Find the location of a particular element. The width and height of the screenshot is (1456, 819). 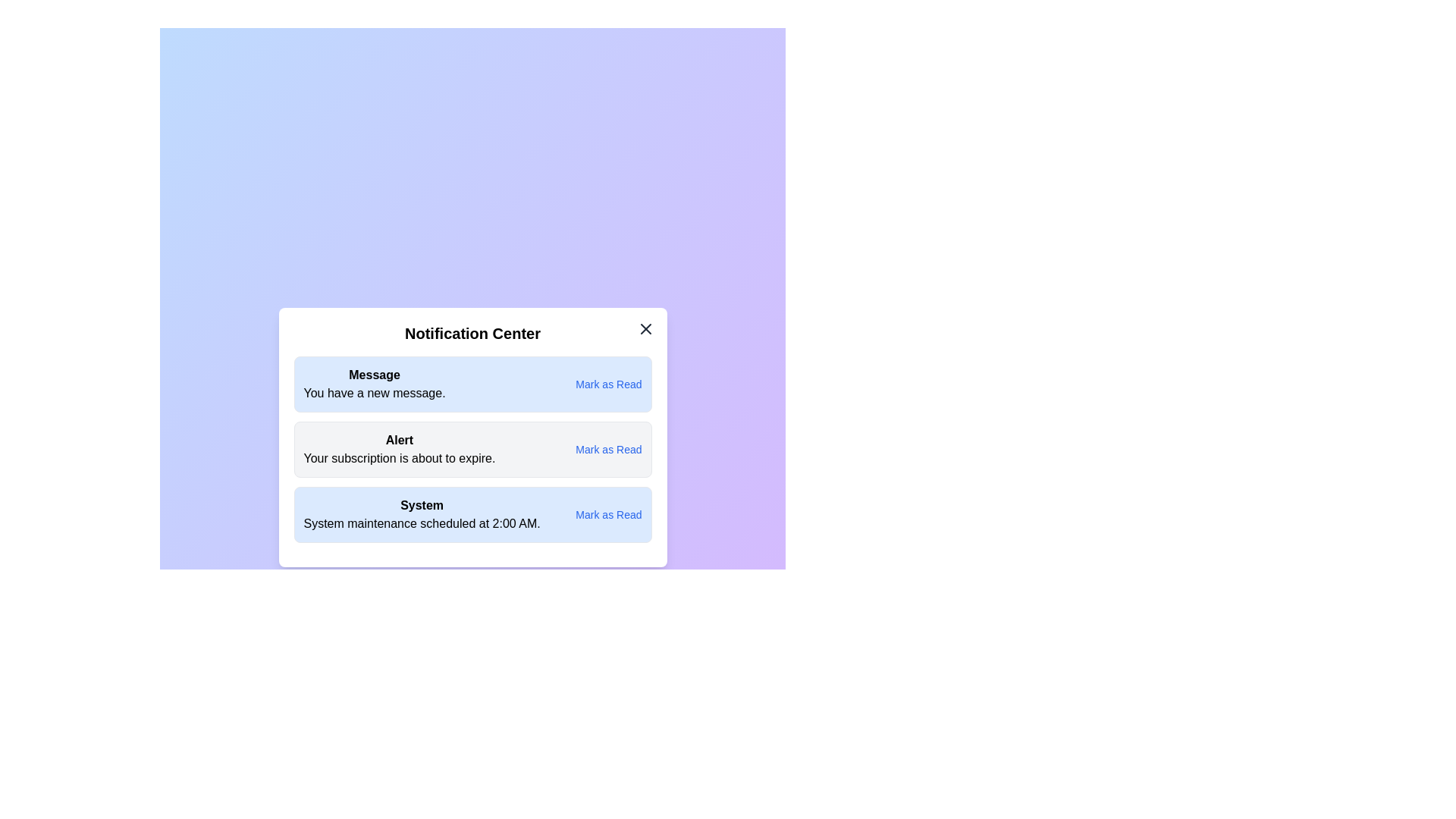

the 'Mark as Read' button for the notification identified by System is located at coordinates (608, 513).